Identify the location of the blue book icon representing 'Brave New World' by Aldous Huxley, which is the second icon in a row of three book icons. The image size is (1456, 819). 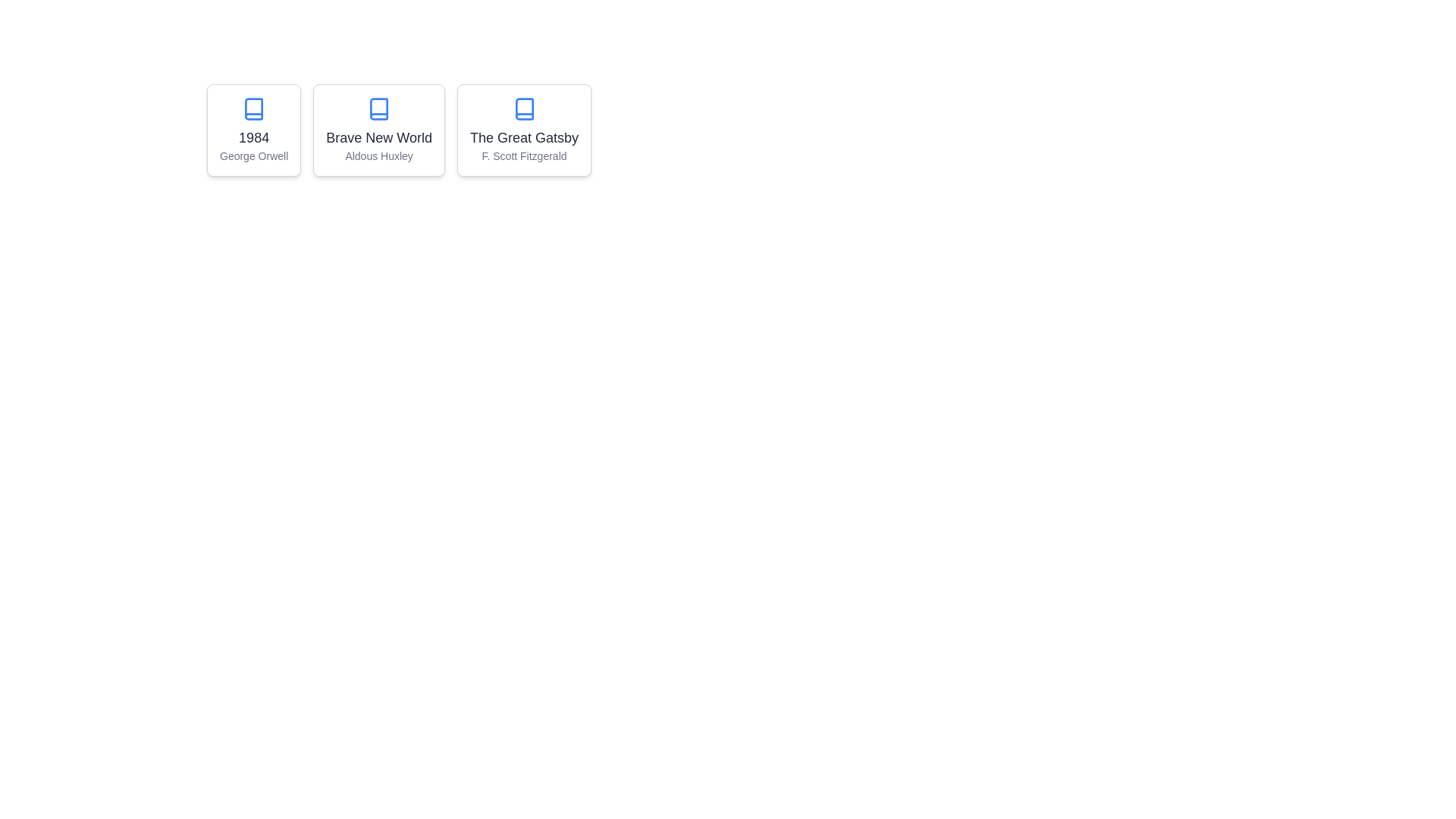
(379, 108).